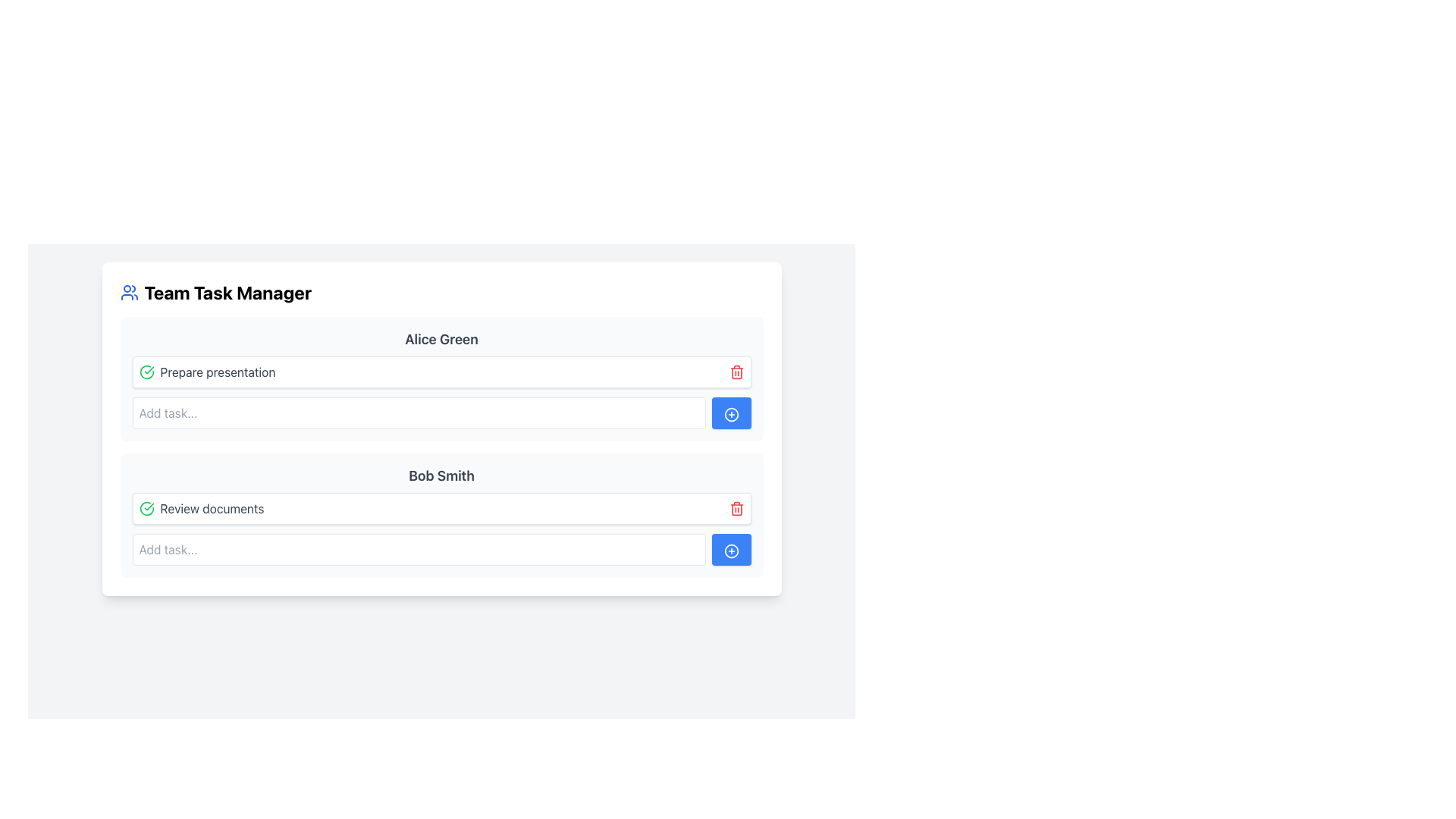  Describe the element at coordinates (200, 509) in the screenshot. I see `the 'Review documents' text label with accompanying icon, which indicates a completed task under the 'Bob Smith' section in the Team Task Manager interface` at that location.